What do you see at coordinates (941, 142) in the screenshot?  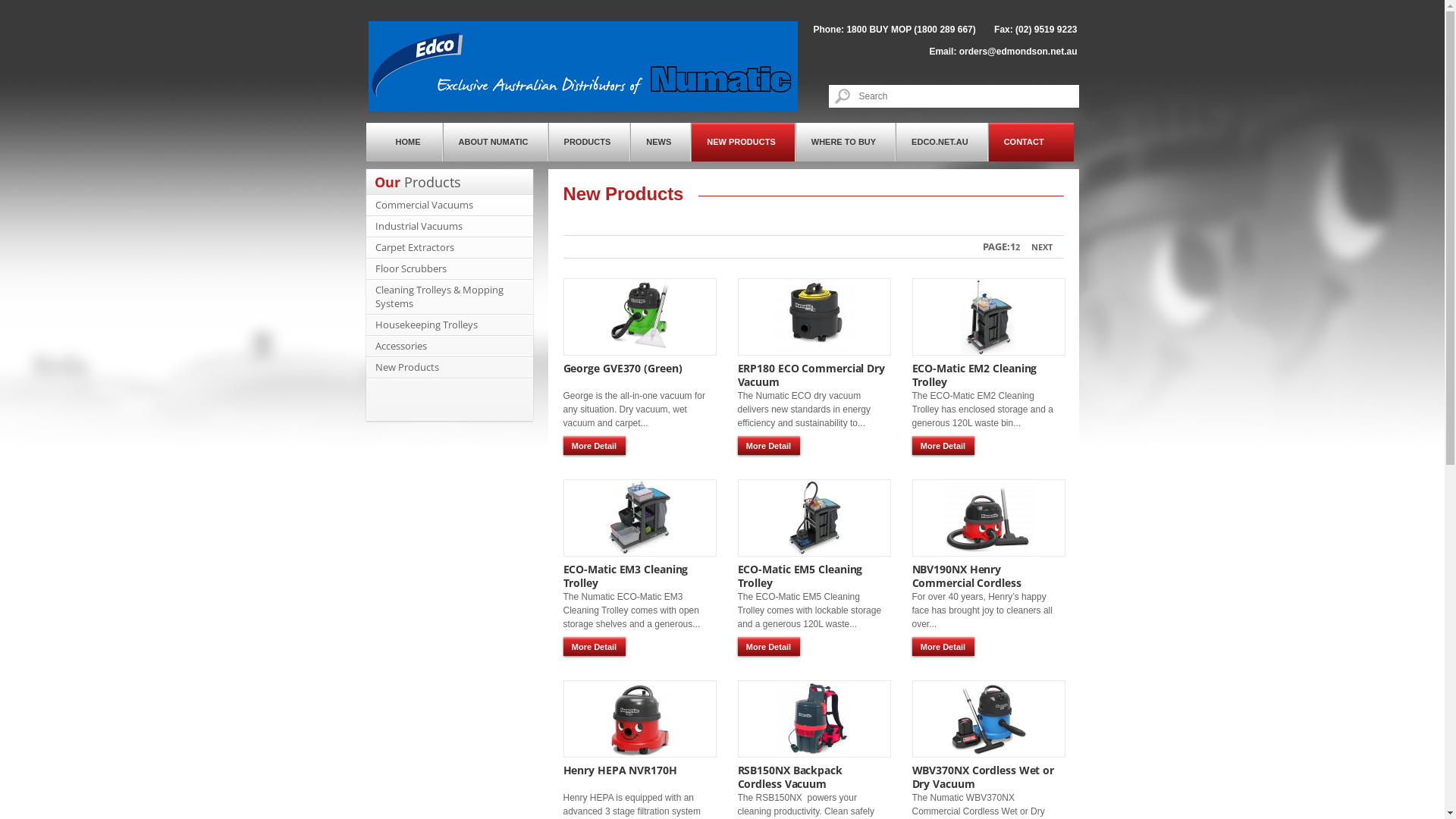 I see `'EDCO.NET.AU'` at bounding box center [941, 142].